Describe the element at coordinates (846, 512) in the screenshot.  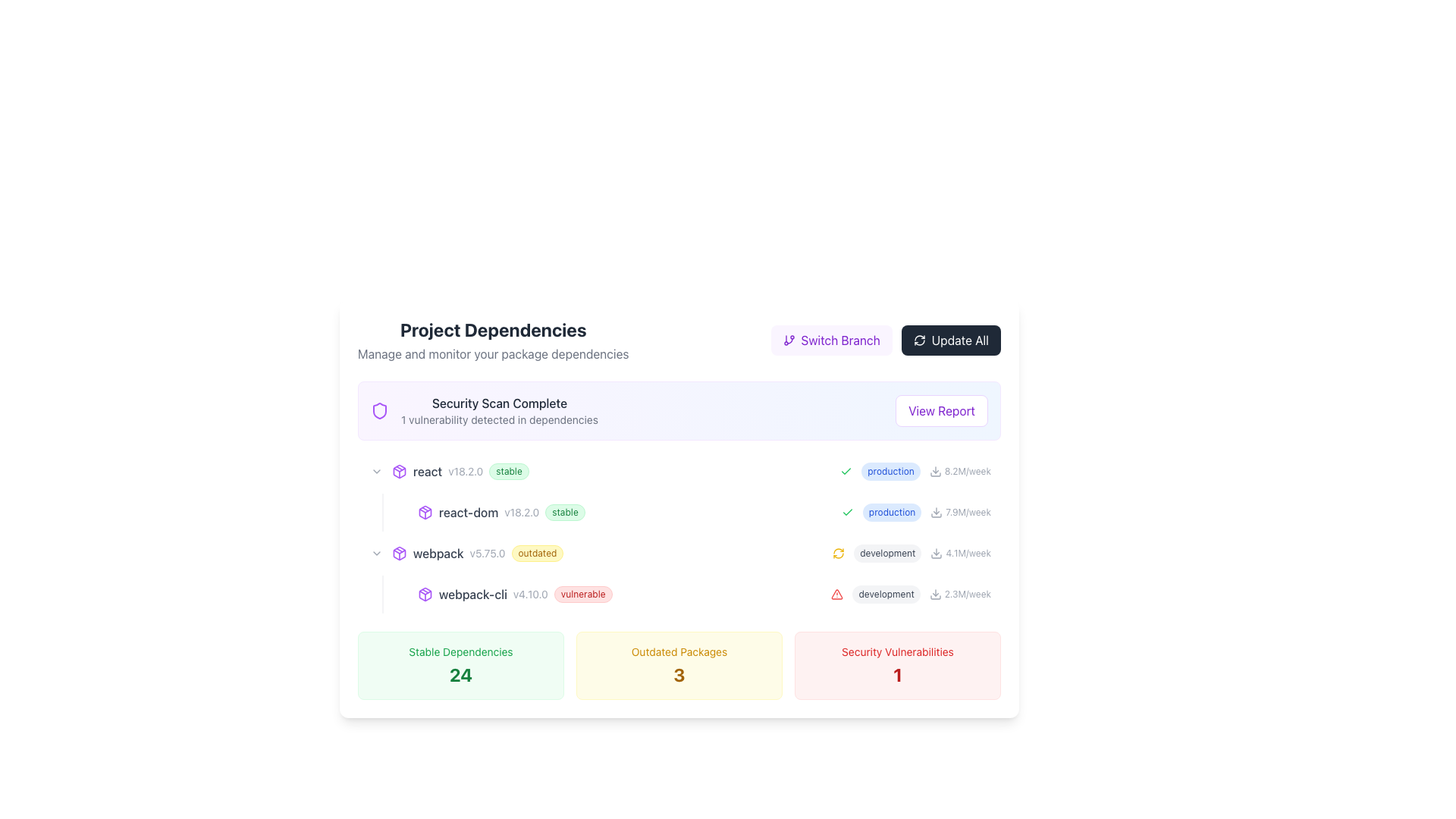
I see `the positive status icon located on the left side of the text 'production' within the row containing '7.9M/week'. This icon is the first element in that grouping` at that location.